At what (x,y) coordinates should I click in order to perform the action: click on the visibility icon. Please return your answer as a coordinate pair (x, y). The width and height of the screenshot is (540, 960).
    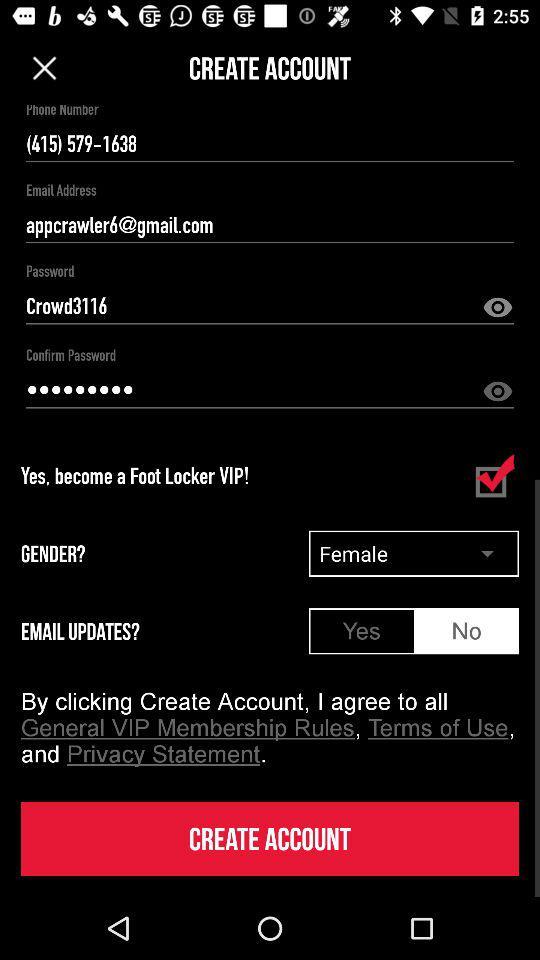
    Looking at the image, I should click on (496, 308).